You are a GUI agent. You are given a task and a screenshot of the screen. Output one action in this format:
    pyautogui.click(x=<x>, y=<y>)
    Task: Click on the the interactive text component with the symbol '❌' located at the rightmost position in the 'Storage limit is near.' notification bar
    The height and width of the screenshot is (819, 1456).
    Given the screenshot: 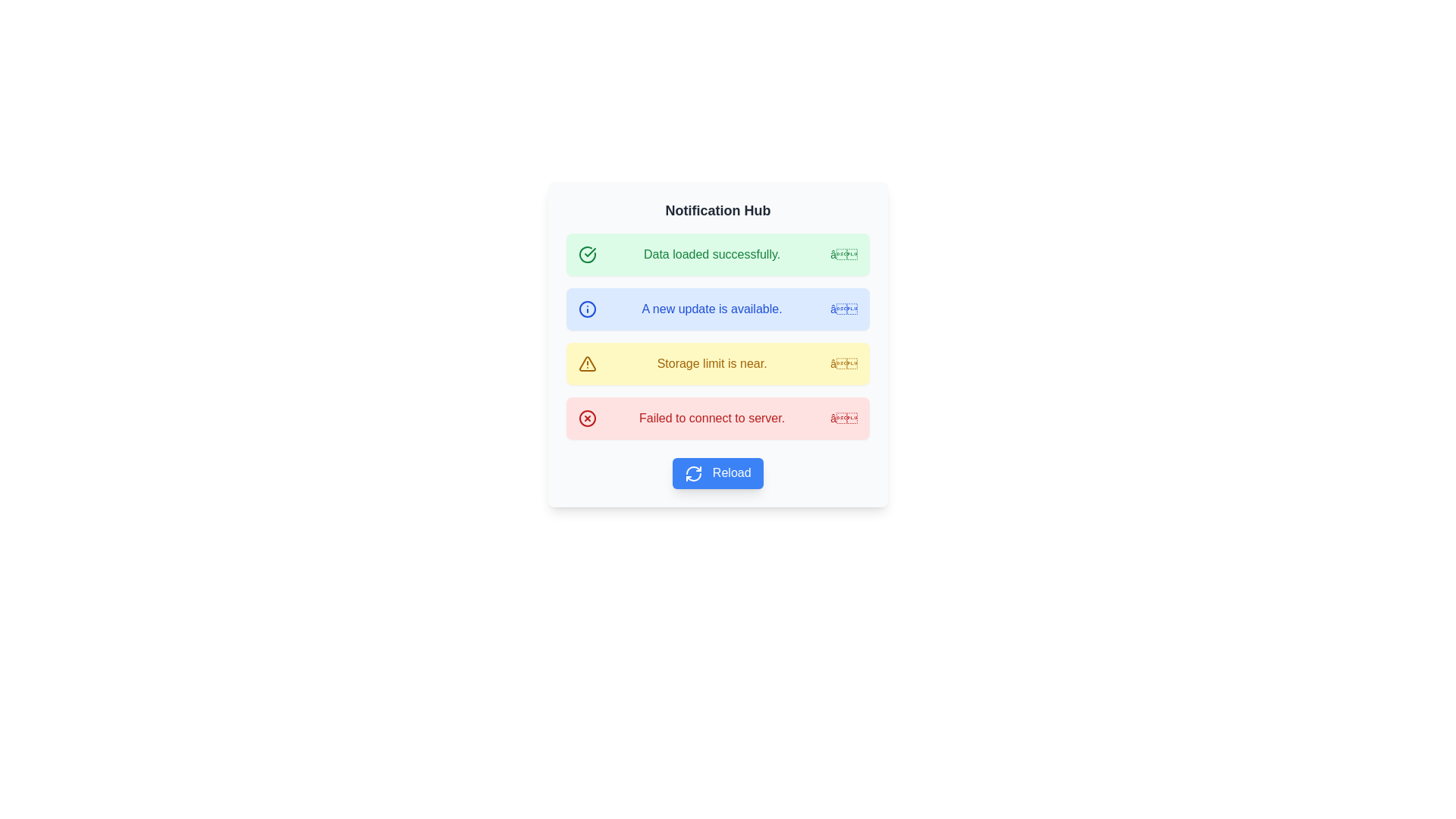 What is the action you would take?
    pyautogui.click(x=843, y=363)
    